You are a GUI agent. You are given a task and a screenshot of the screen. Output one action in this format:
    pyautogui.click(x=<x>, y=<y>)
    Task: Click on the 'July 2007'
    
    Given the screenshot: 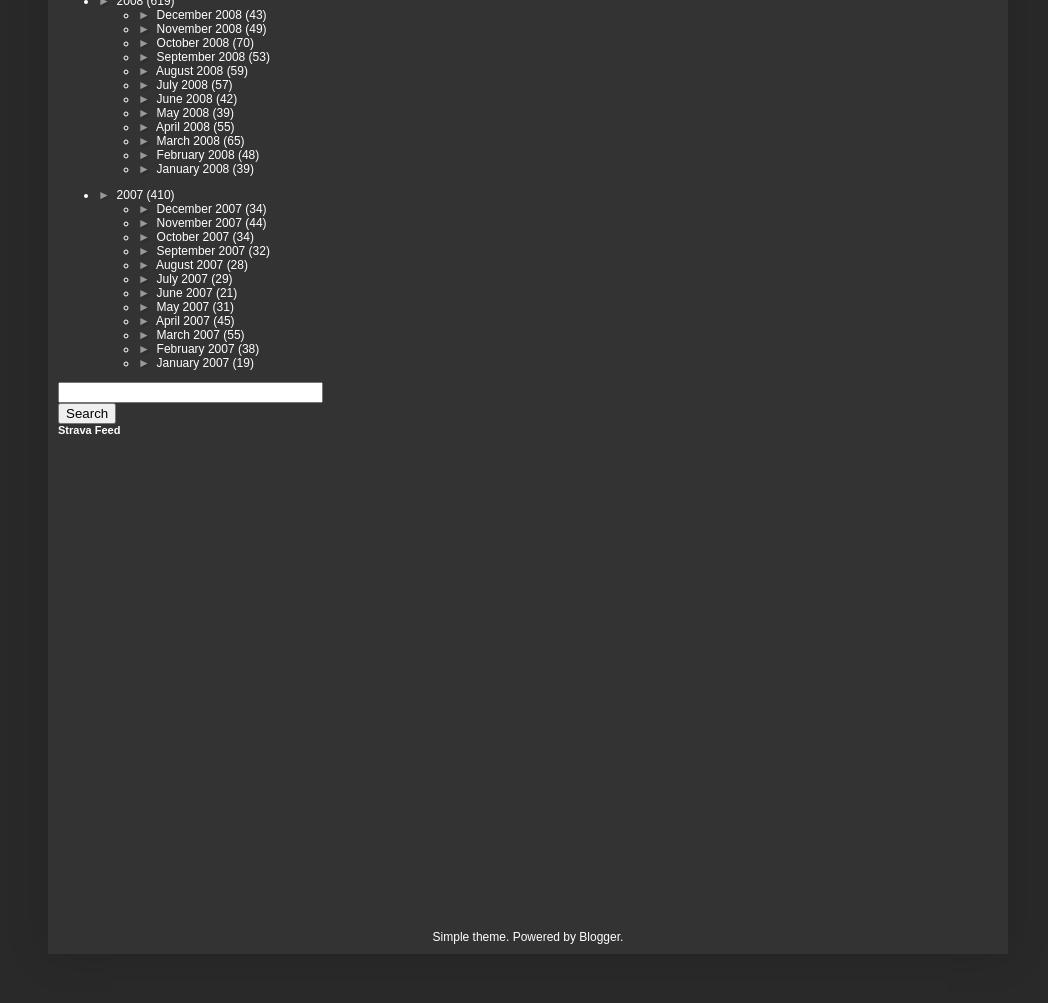 What is the action you would take?
    pyautogui.click(x=182, y=278)
    